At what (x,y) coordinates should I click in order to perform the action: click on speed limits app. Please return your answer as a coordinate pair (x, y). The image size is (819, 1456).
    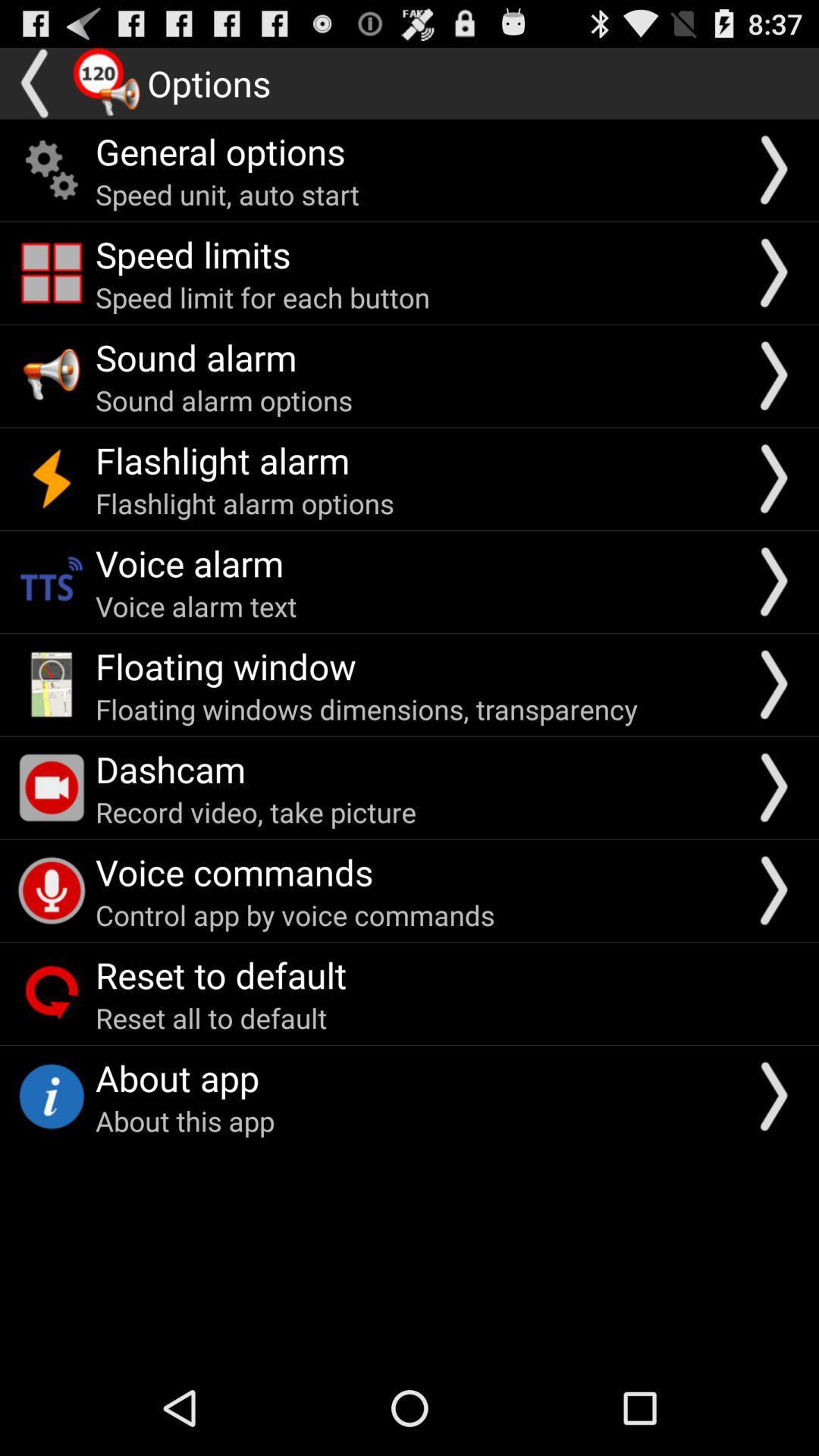
    Looking at the image, I should click on (192, 254).